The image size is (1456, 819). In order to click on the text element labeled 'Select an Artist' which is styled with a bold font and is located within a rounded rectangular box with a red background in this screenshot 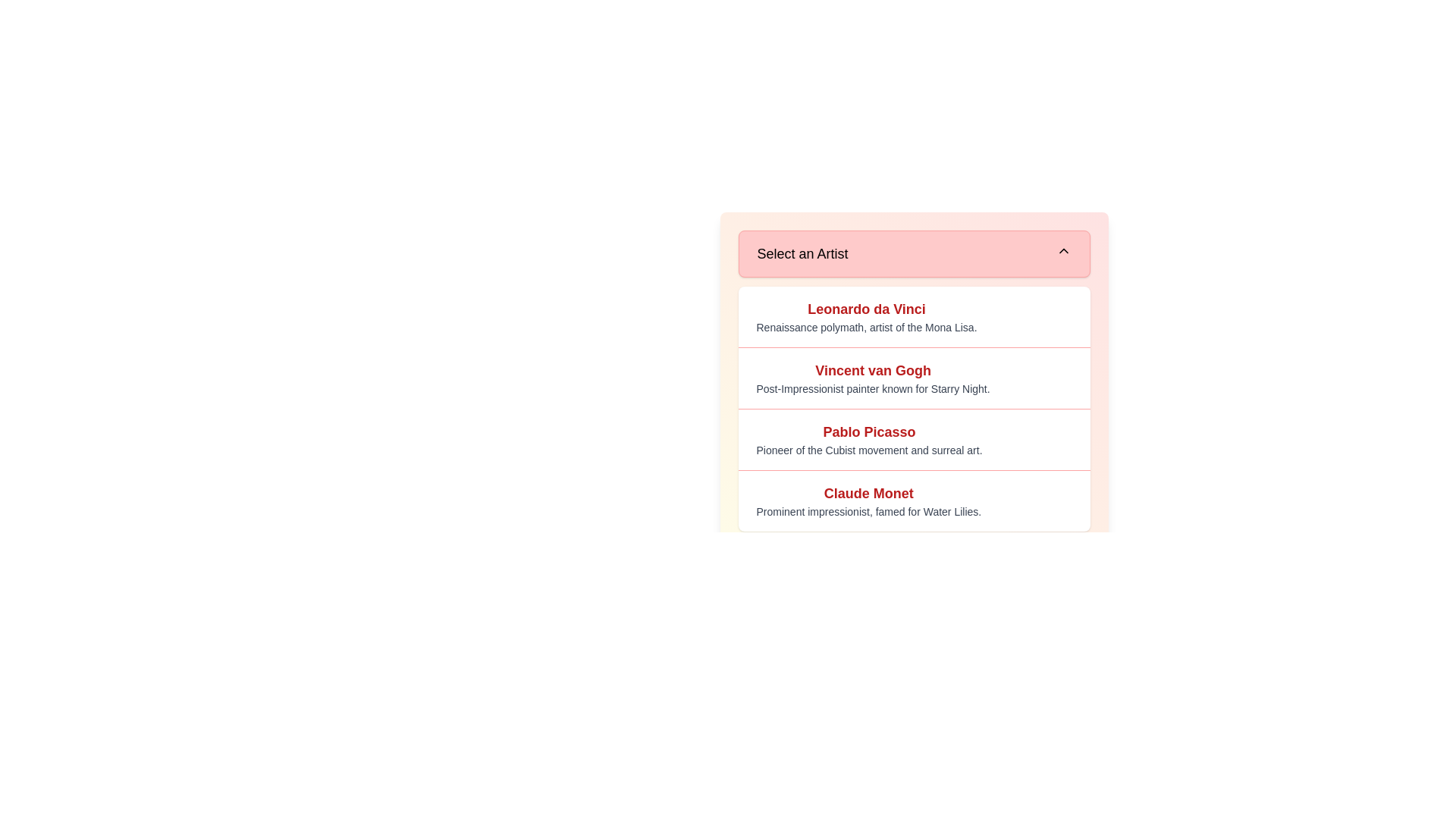, I will do `click(802, 253)`.